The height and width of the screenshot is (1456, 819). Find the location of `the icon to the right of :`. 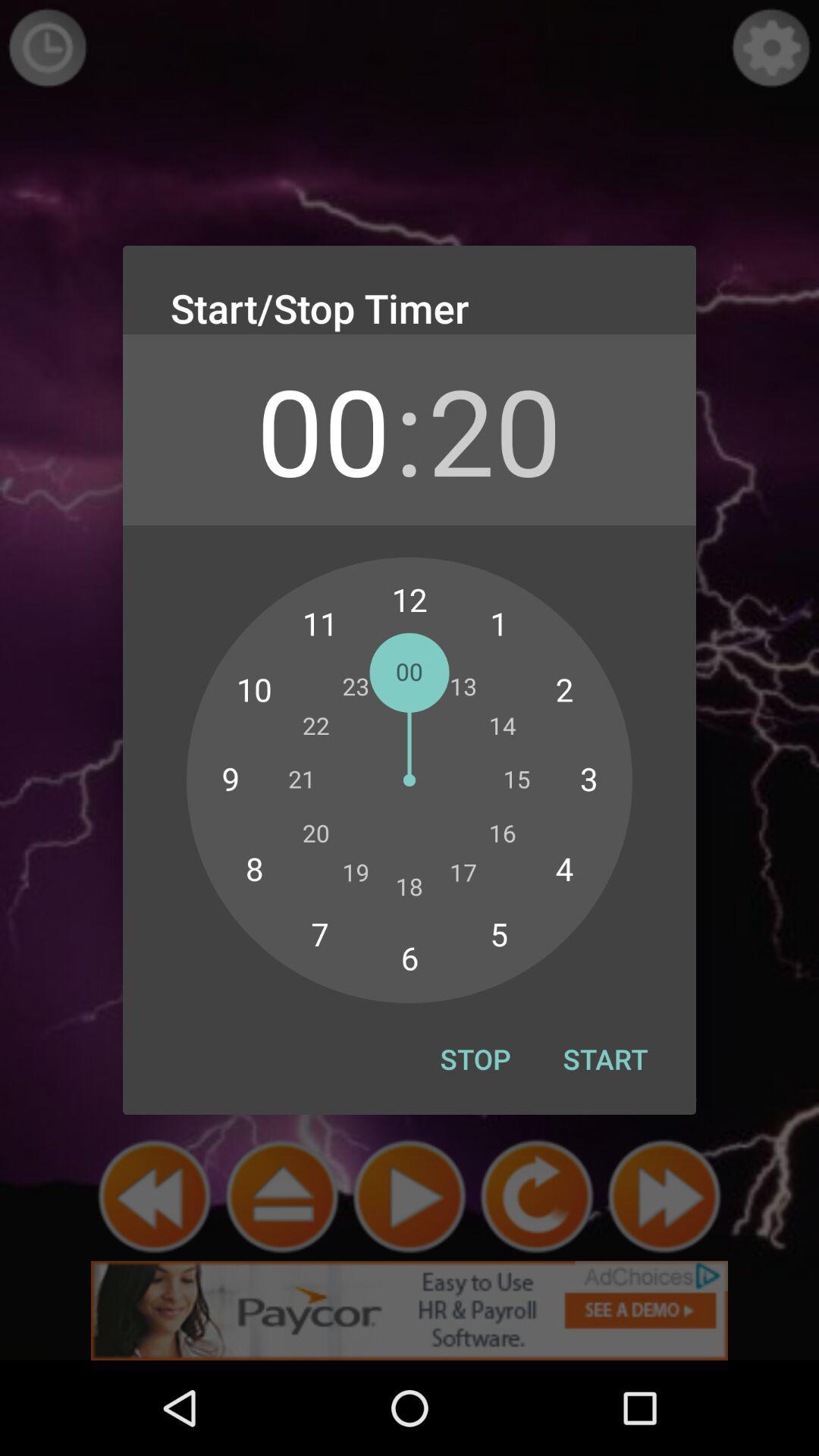

the icon to the right of : is located at coordinates (494, 428).